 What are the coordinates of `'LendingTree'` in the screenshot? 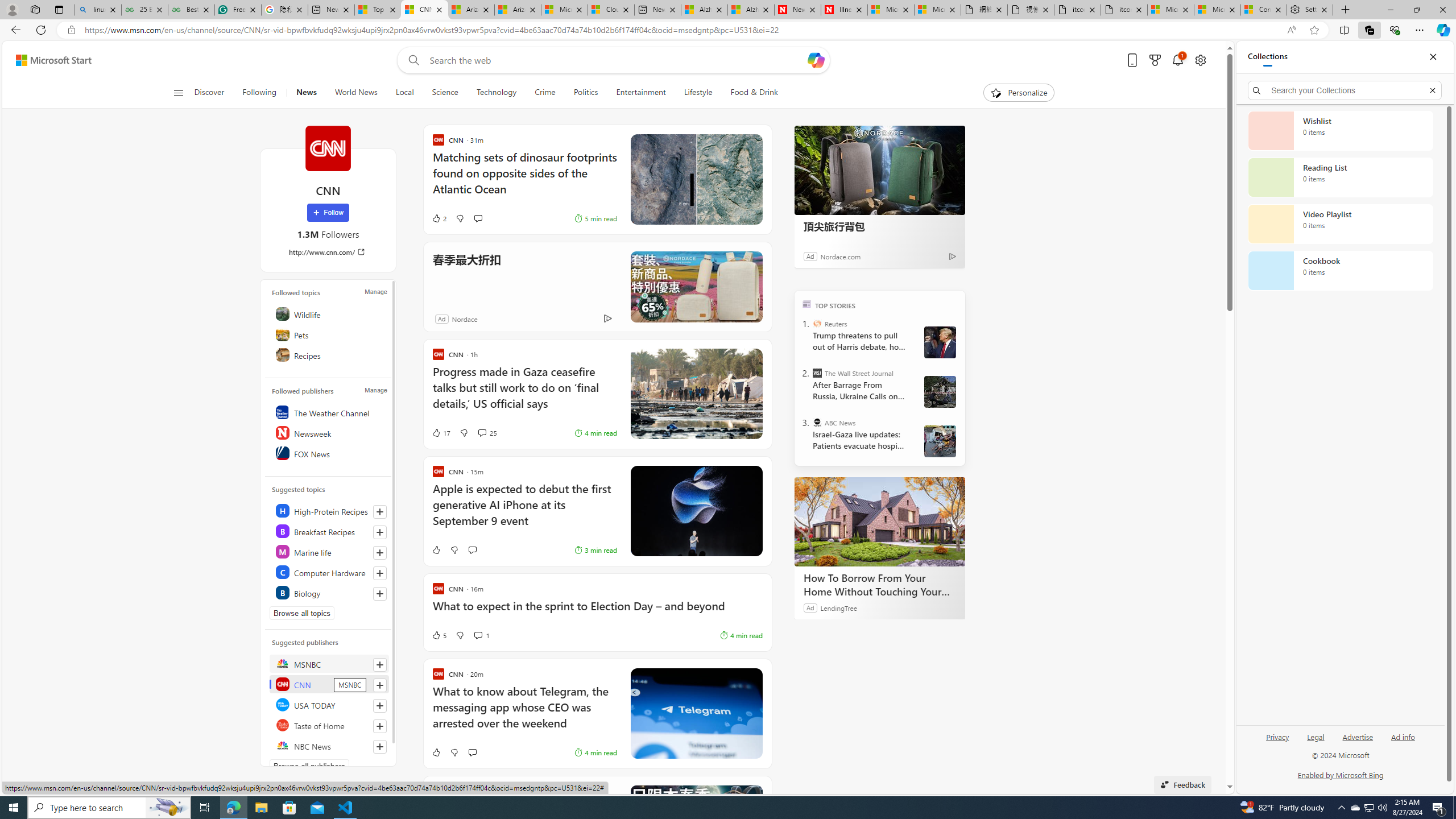 It's located at (838, 607).